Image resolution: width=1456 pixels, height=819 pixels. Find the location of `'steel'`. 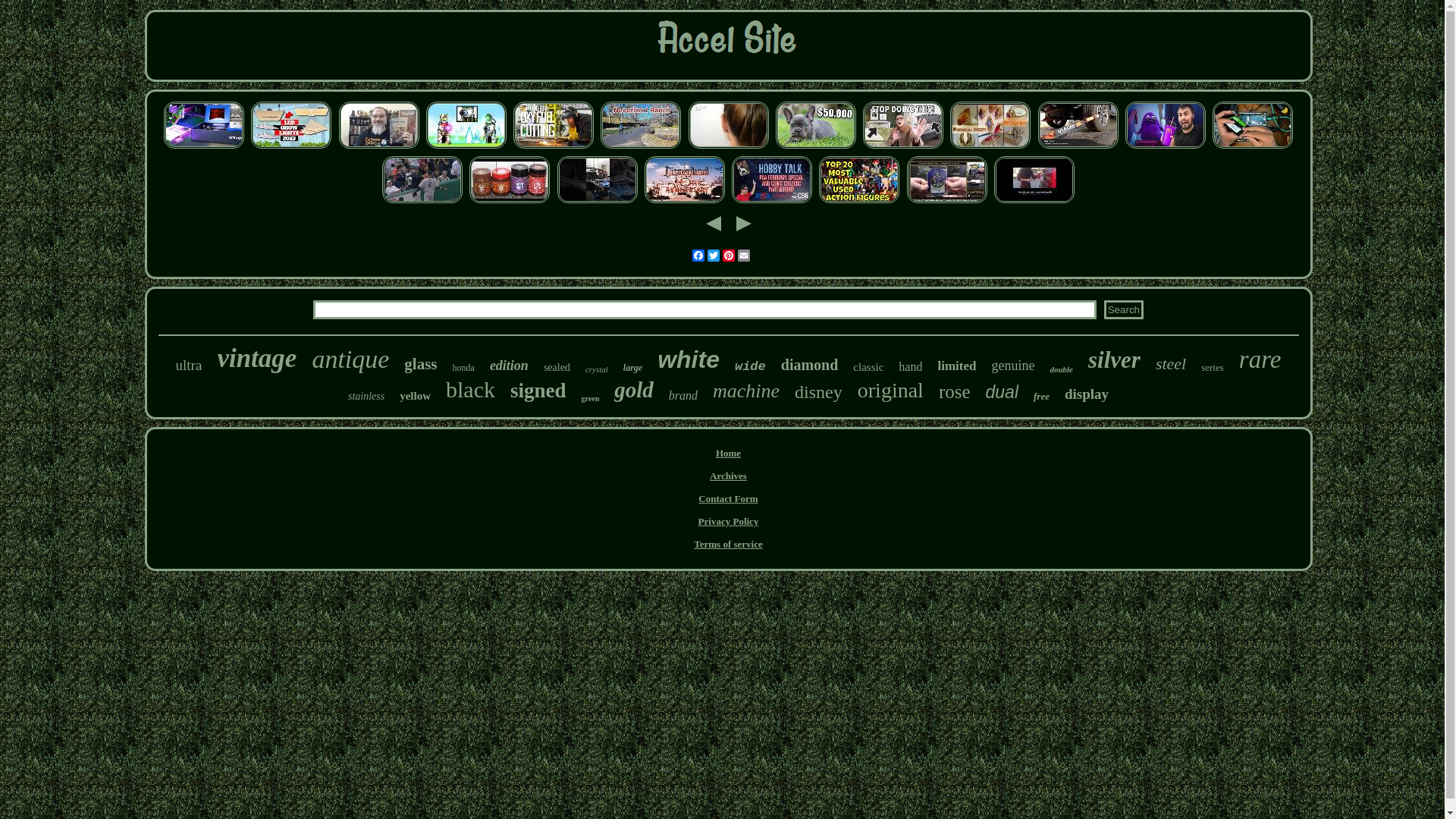

'steel' is located at coordinates (1170, 363).